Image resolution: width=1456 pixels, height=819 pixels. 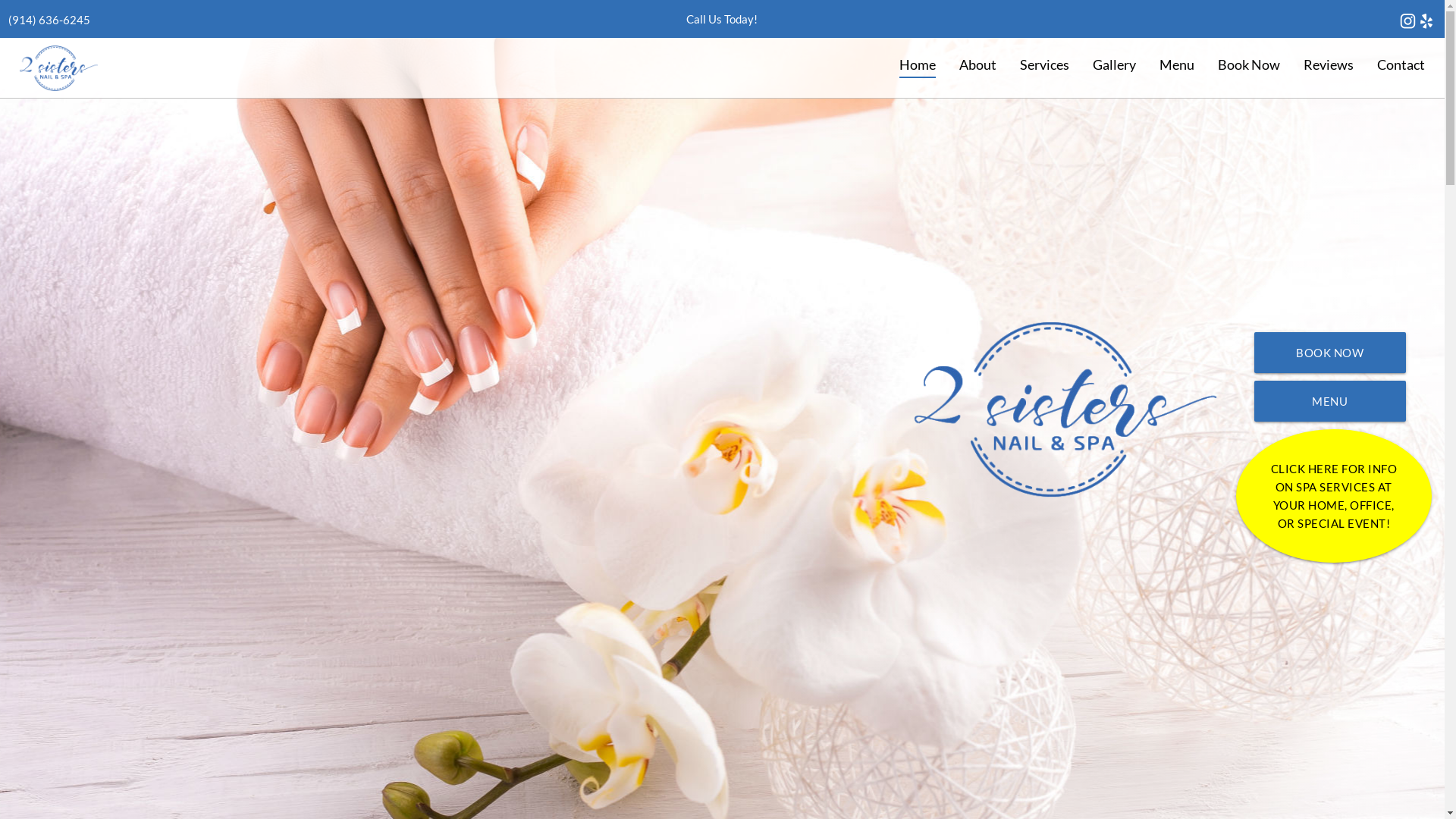 What do you see at coordinates (1400, 64) in the screenshot?
I see `'Contact'` at bounding box center [1400, 64].